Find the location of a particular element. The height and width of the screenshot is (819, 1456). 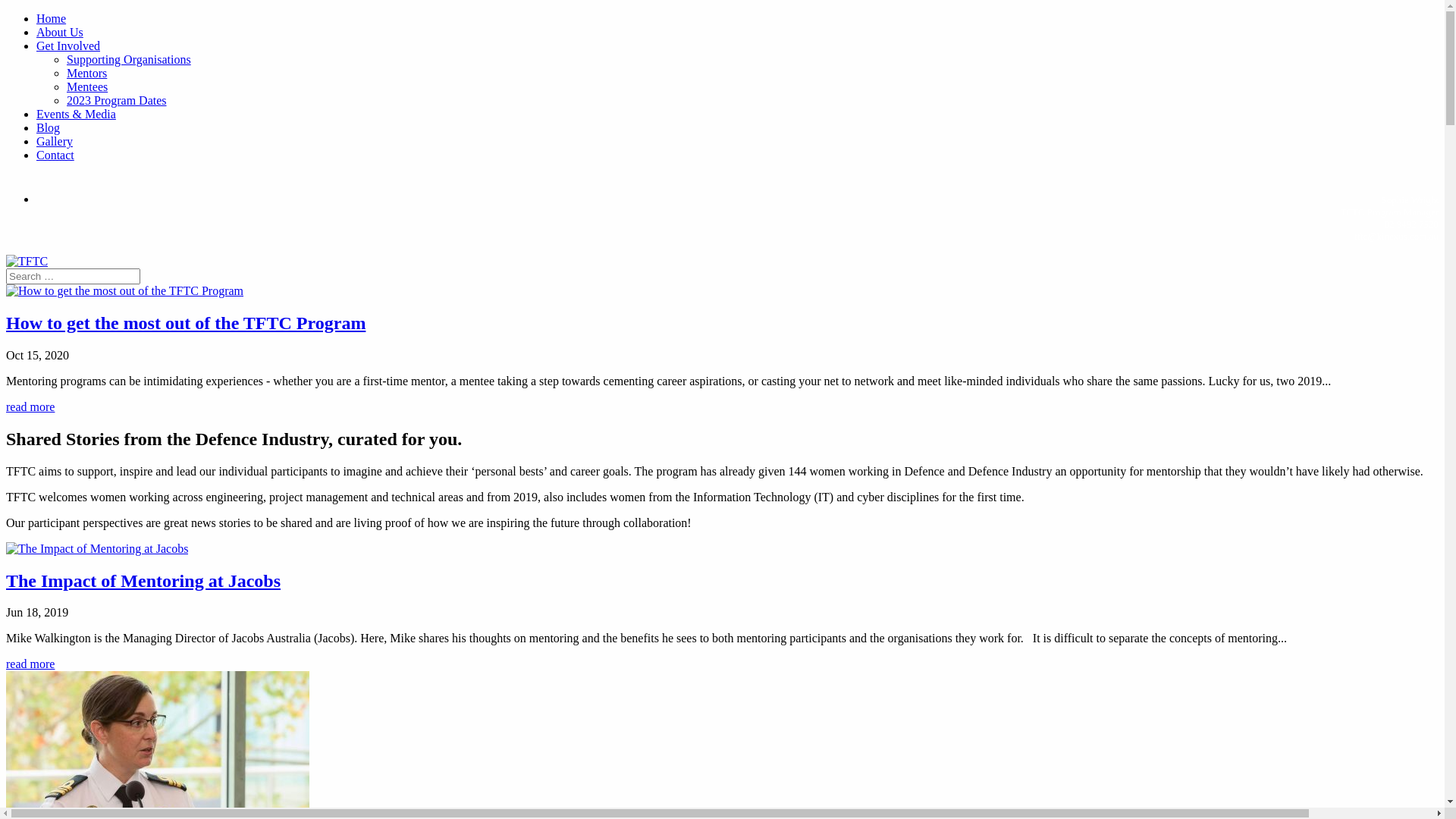

'Contact' is located at coordinates (55, 155).